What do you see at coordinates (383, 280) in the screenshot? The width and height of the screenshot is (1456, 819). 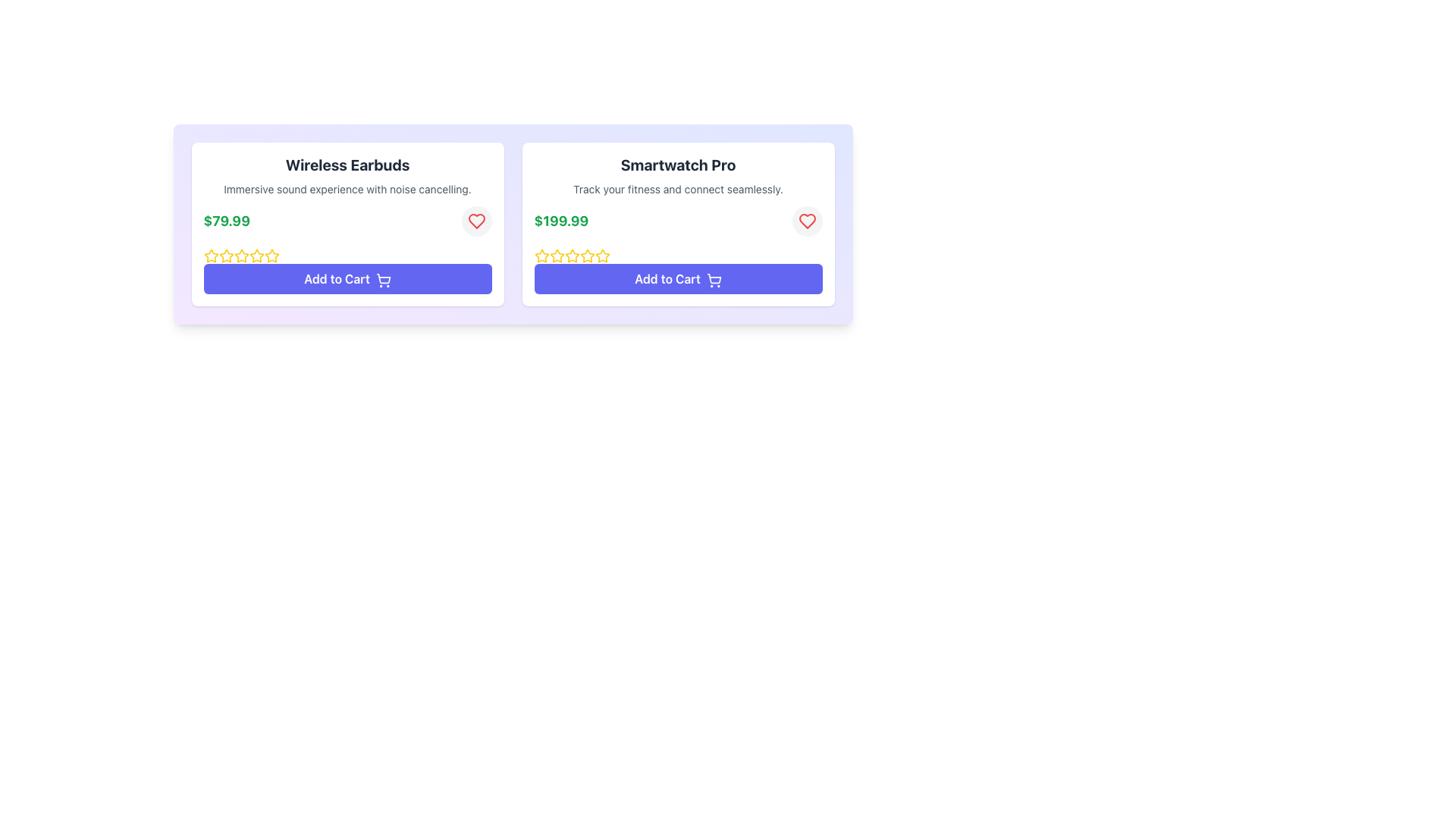 I see `the icon on the right end of the 'Add to Cart' button for 'Wireless Earbuds'` at bounding box center [383, 280].